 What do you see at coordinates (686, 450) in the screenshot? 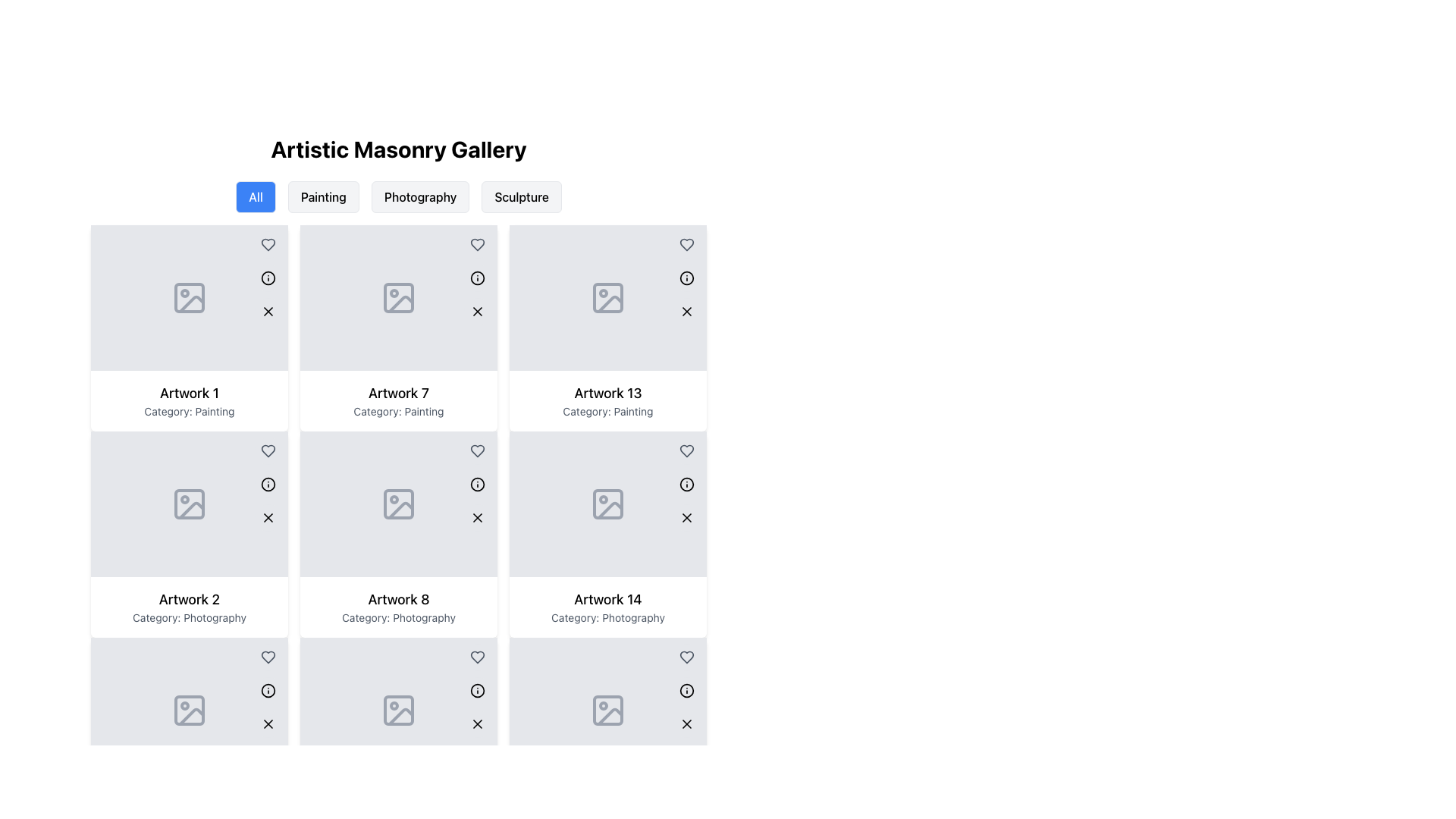
I see `the heart icon button located at the top-right corner of the card labeled 'Artwork 13'` at bounding box center [686, 450].